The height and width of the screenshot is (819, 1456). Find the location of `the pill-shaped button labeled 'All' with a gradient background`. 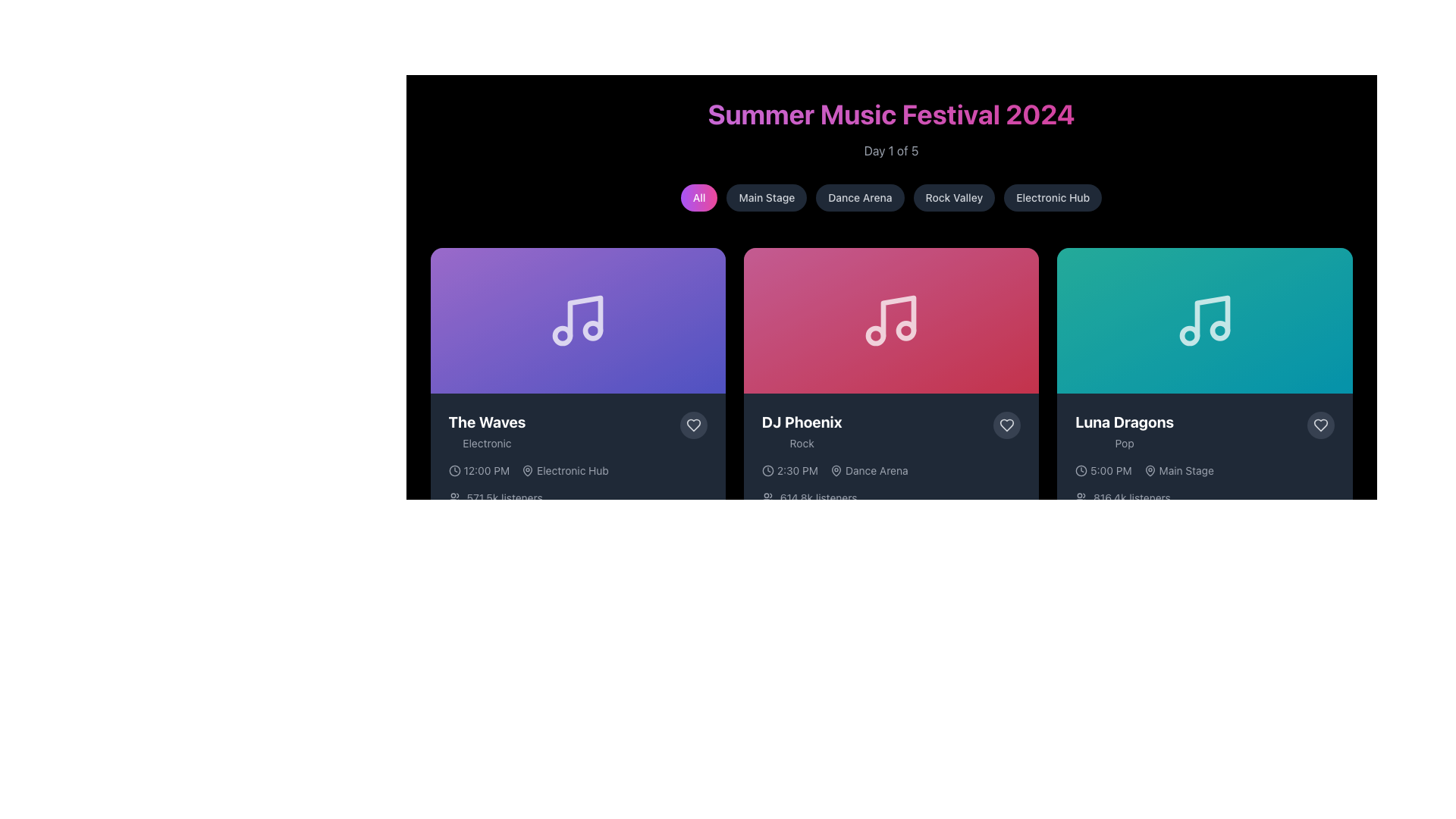

the pill-shaped button labeled 'All' with a gradient background is located at coordinates (698, 197).